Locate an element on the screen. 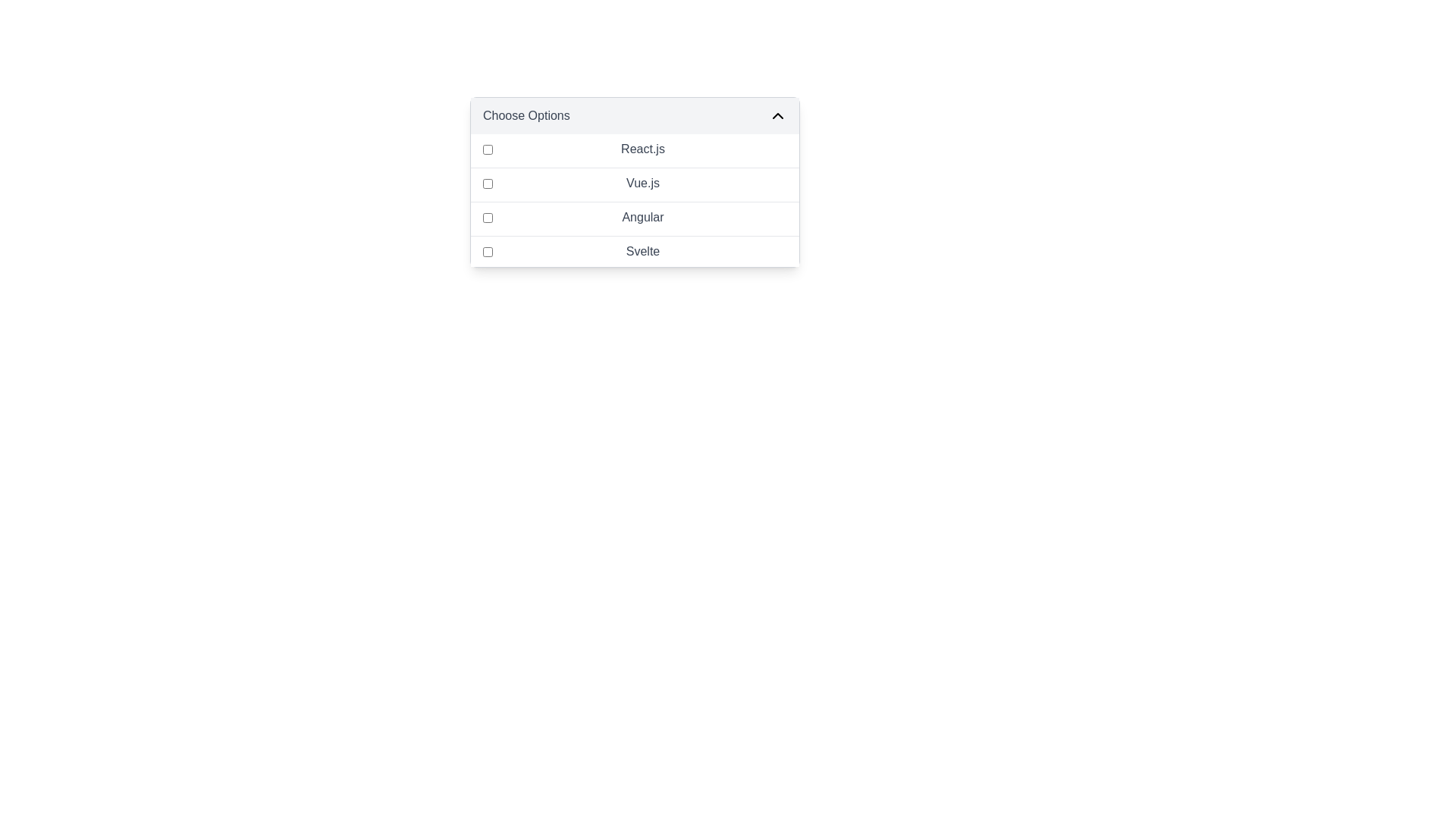 Image resolution: width=1456 pixels, height=819 pixels. the checkbox for the 'Svelte' option in the dropdown menu, which is located to the left of its text label is located at coordinates (488, 250).